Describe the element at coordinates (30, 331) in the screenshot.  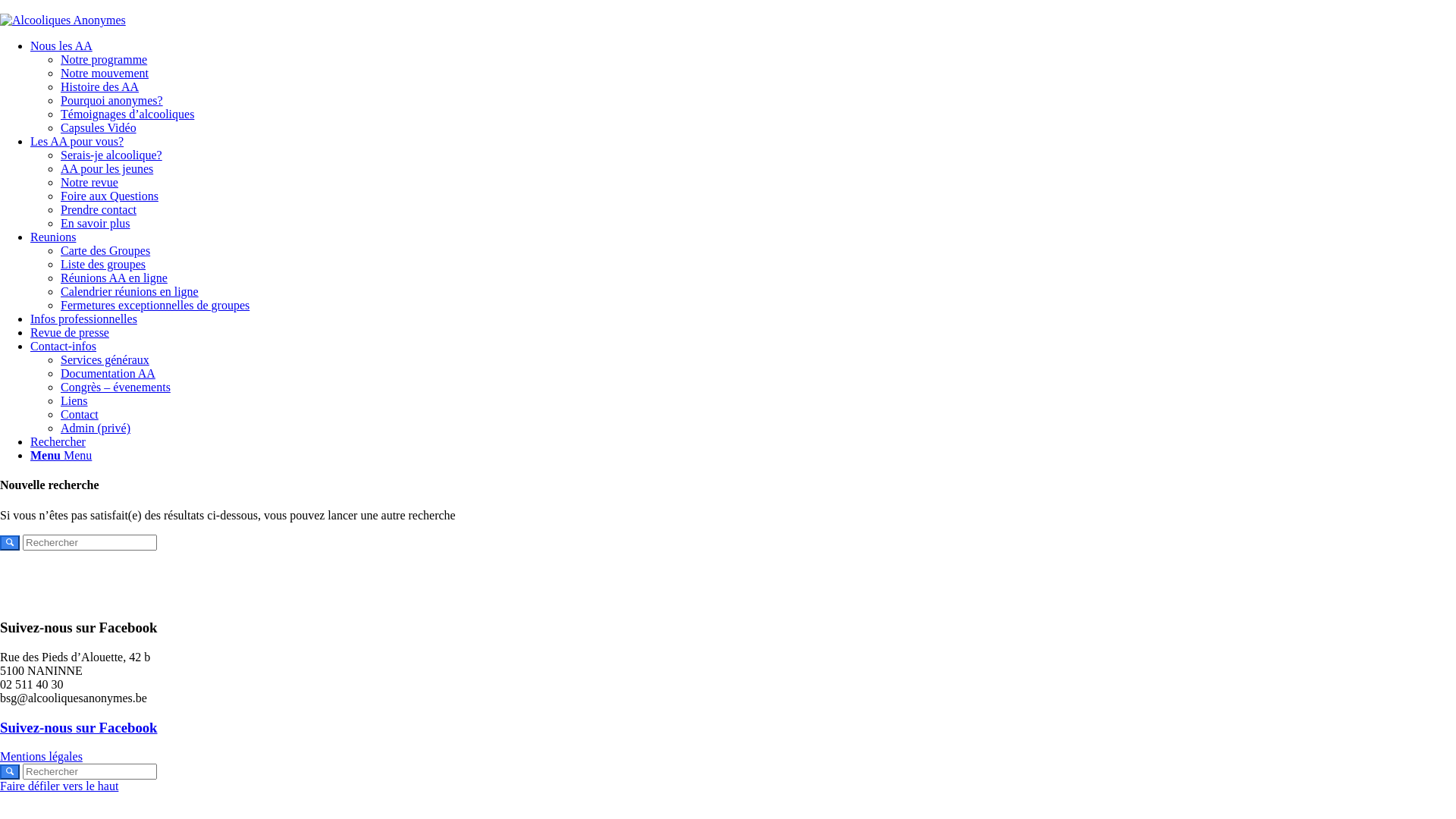
I see `'Revue de presse'` at that location.